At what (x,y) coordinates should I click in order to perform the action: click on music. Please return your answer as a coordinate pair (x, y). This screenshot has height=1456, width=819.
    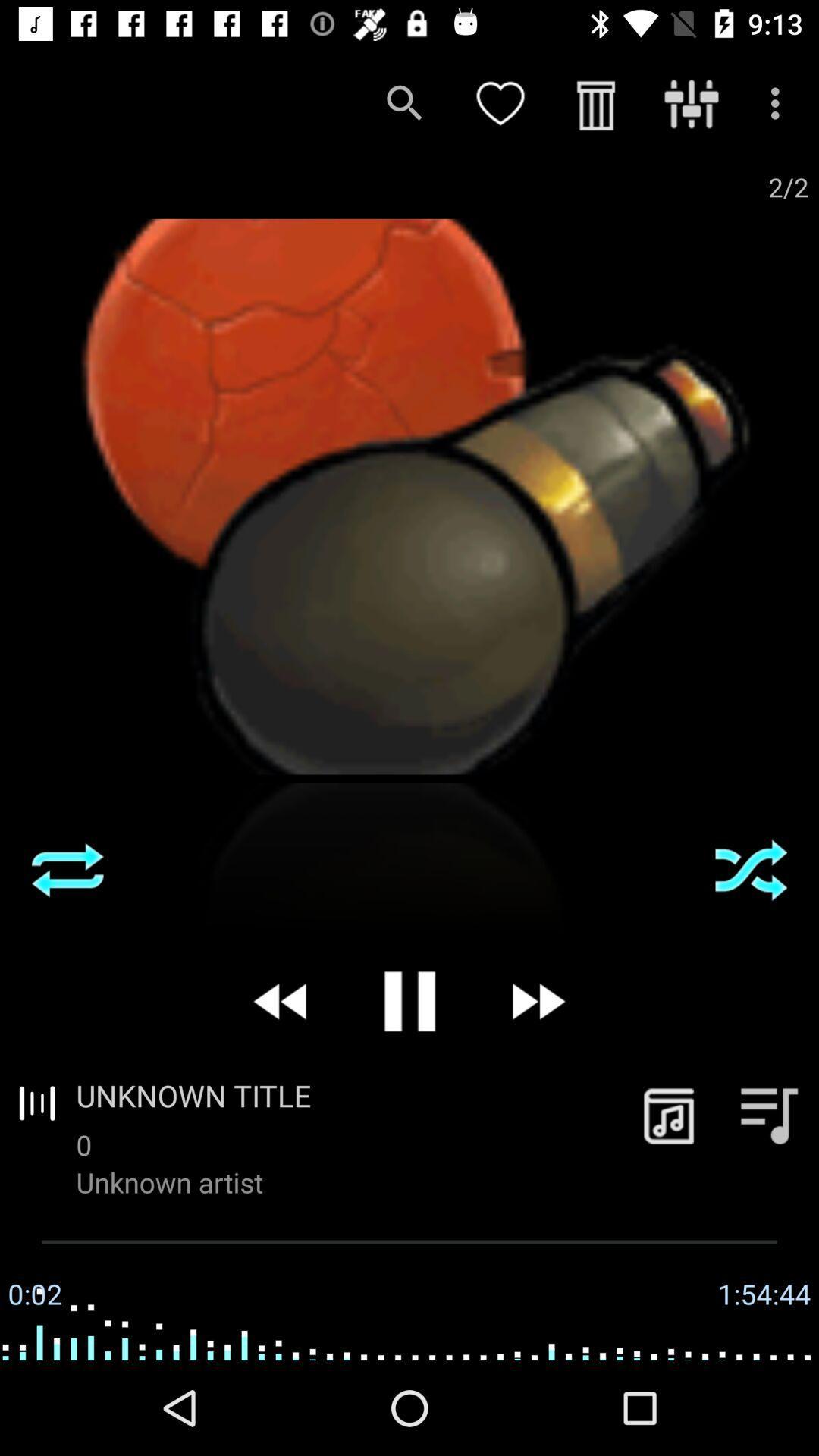
    Looking at the image, I should click on (668, 1115).